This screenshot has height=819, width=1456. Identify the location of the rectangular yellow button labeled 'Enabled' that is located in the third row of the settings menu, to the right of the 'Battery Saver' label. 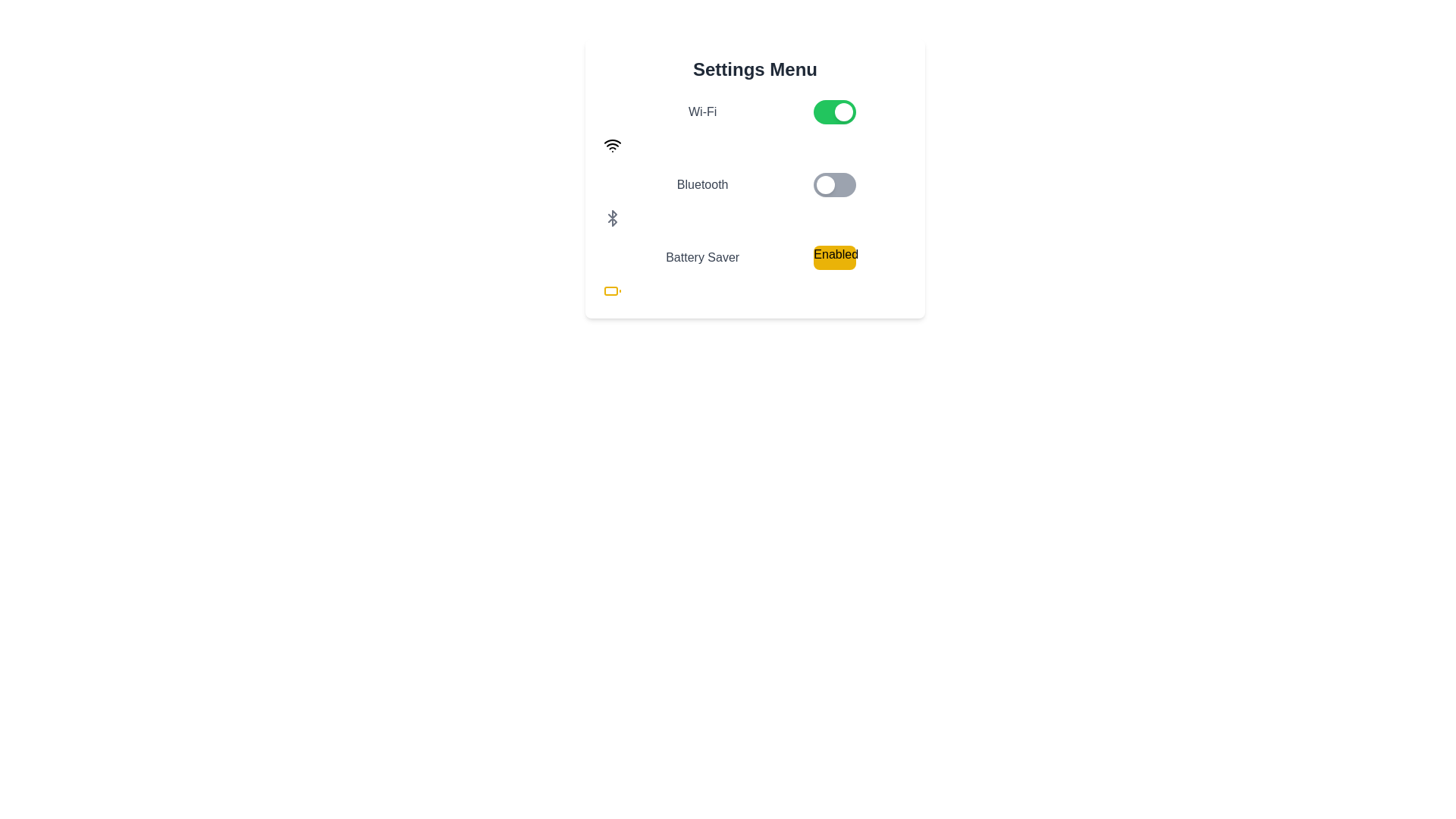
(834, 256).